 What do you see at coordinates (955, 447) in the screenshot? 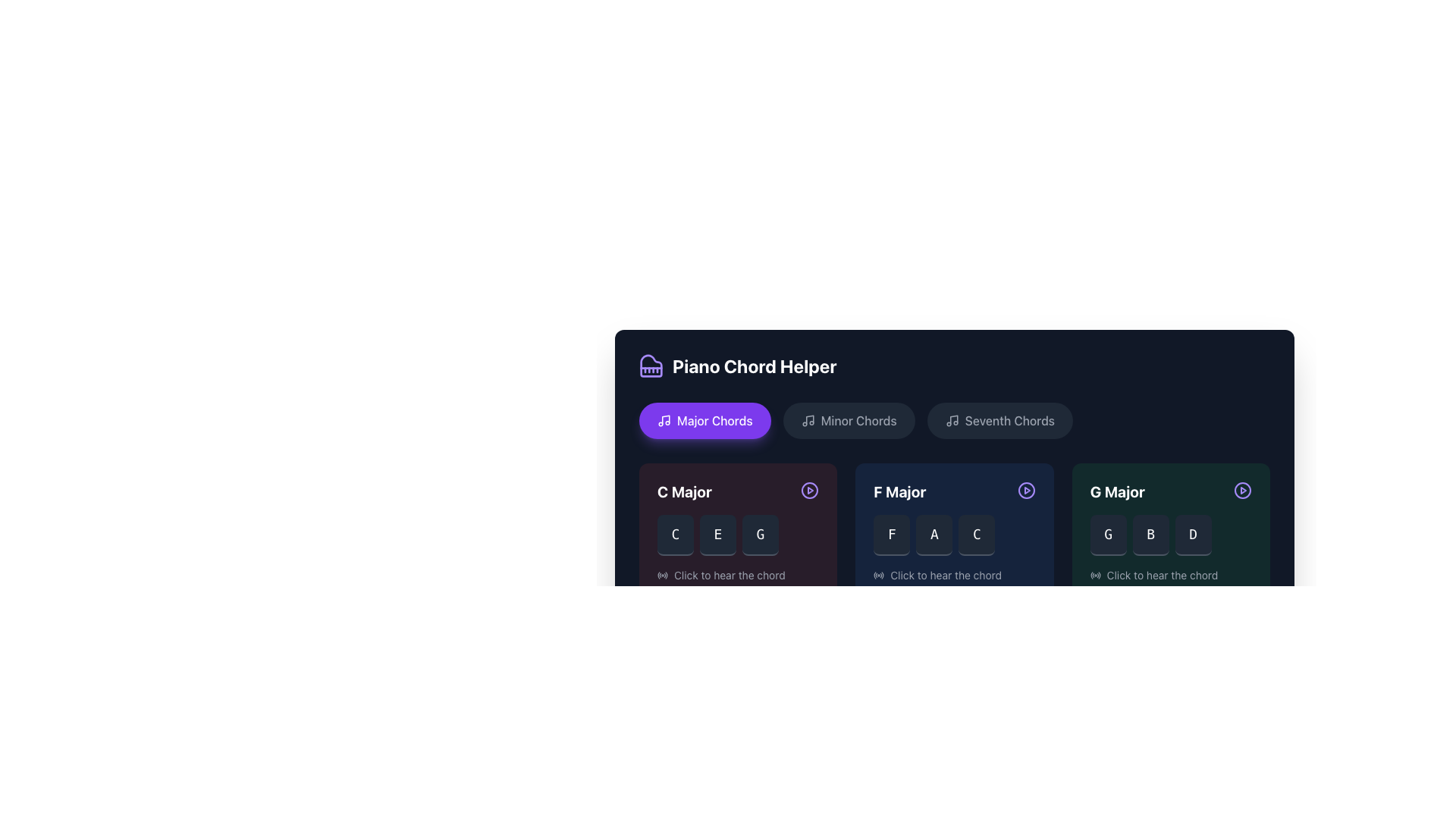
I see `the 'Seventh Chords' tab using keyboard navigation` at bounding box center [955, 447].